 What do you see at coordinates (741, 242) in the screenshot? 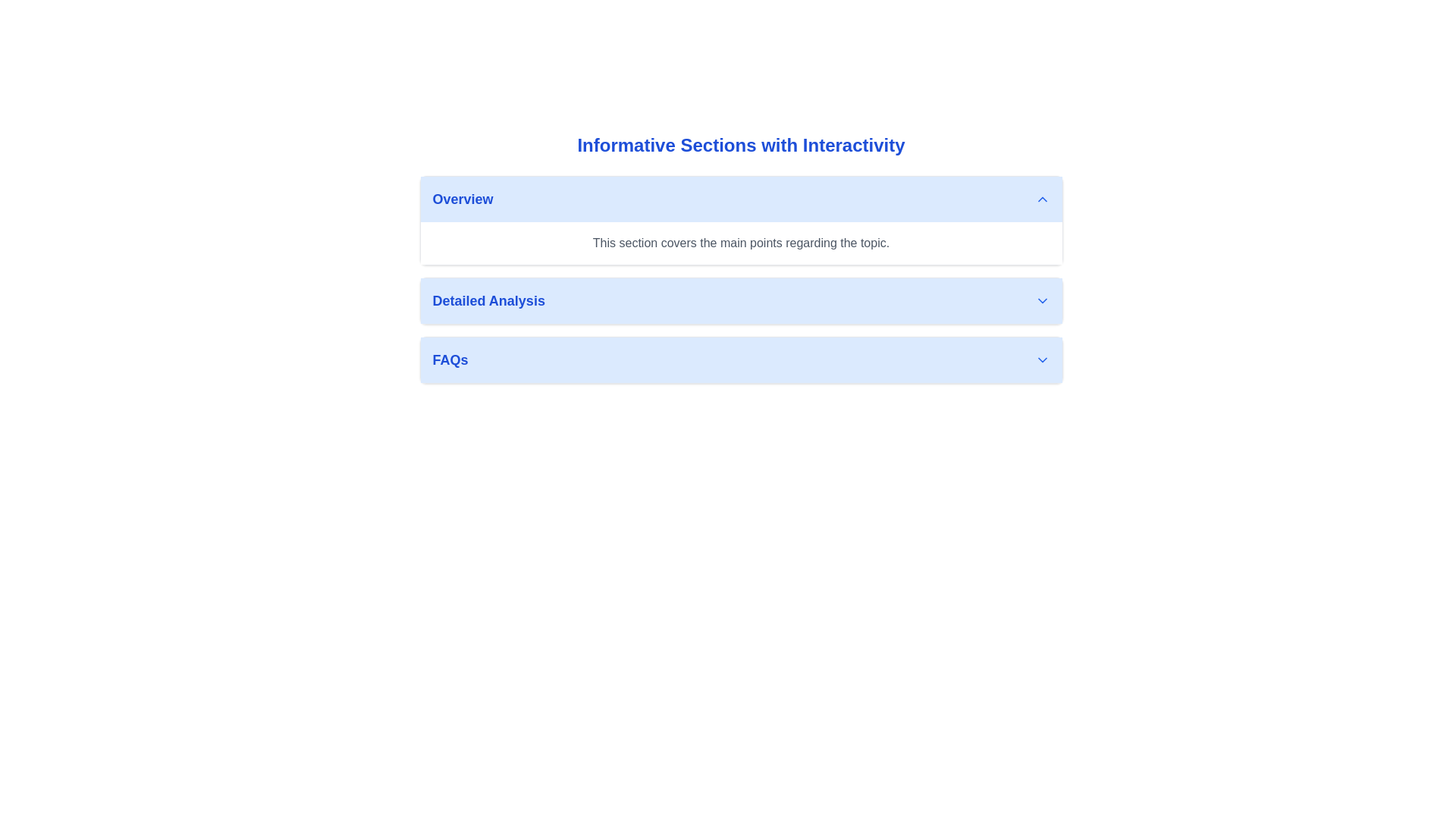
I see `the text label that reads 'This section covers the main points regarding the topic.' It is styled in a gray font within a white background, located under the blue header labeled 'Overview.'` at bounding box center [741, 242].